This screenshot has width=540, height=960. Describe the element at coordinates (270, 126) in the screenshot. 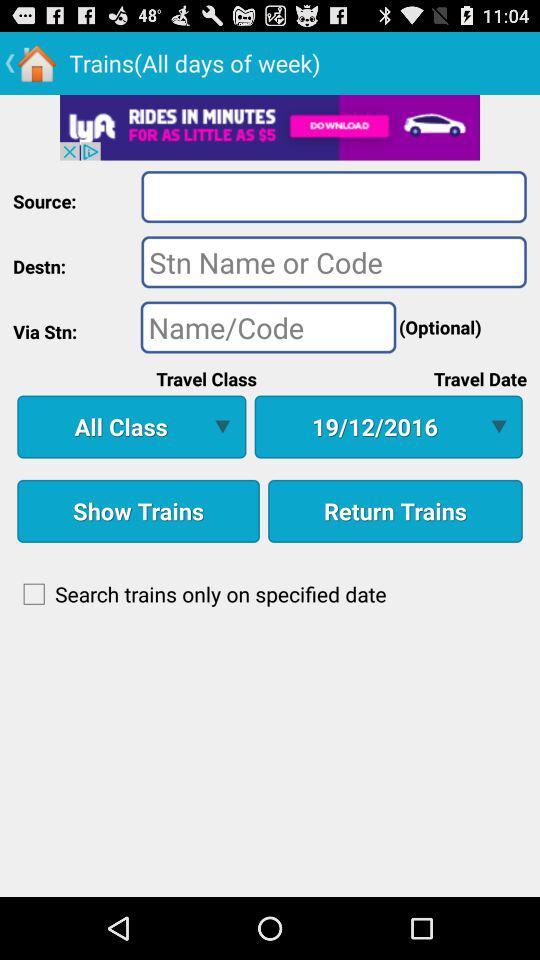

I see `advertisement` at that location.